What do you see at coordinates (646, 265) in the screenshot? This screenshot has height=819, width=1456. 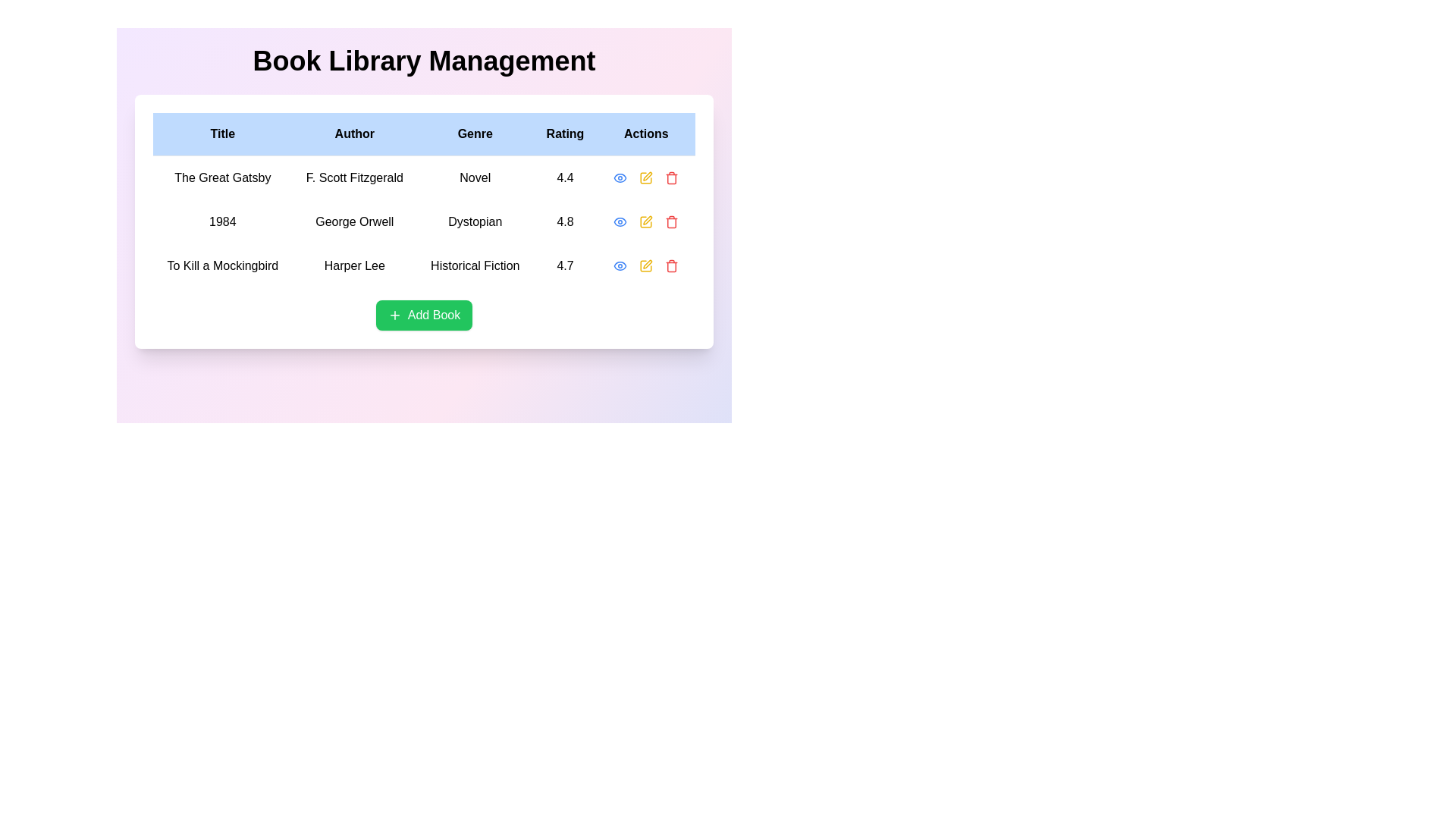 I see `the editing button located in the 'Actions' column for the entry 'To Kill a Mockingbird', which is the second icon from the left, positioned between a blue eye icon and a red trash can icon, to initiate editing` at bounding box center [646, 265].